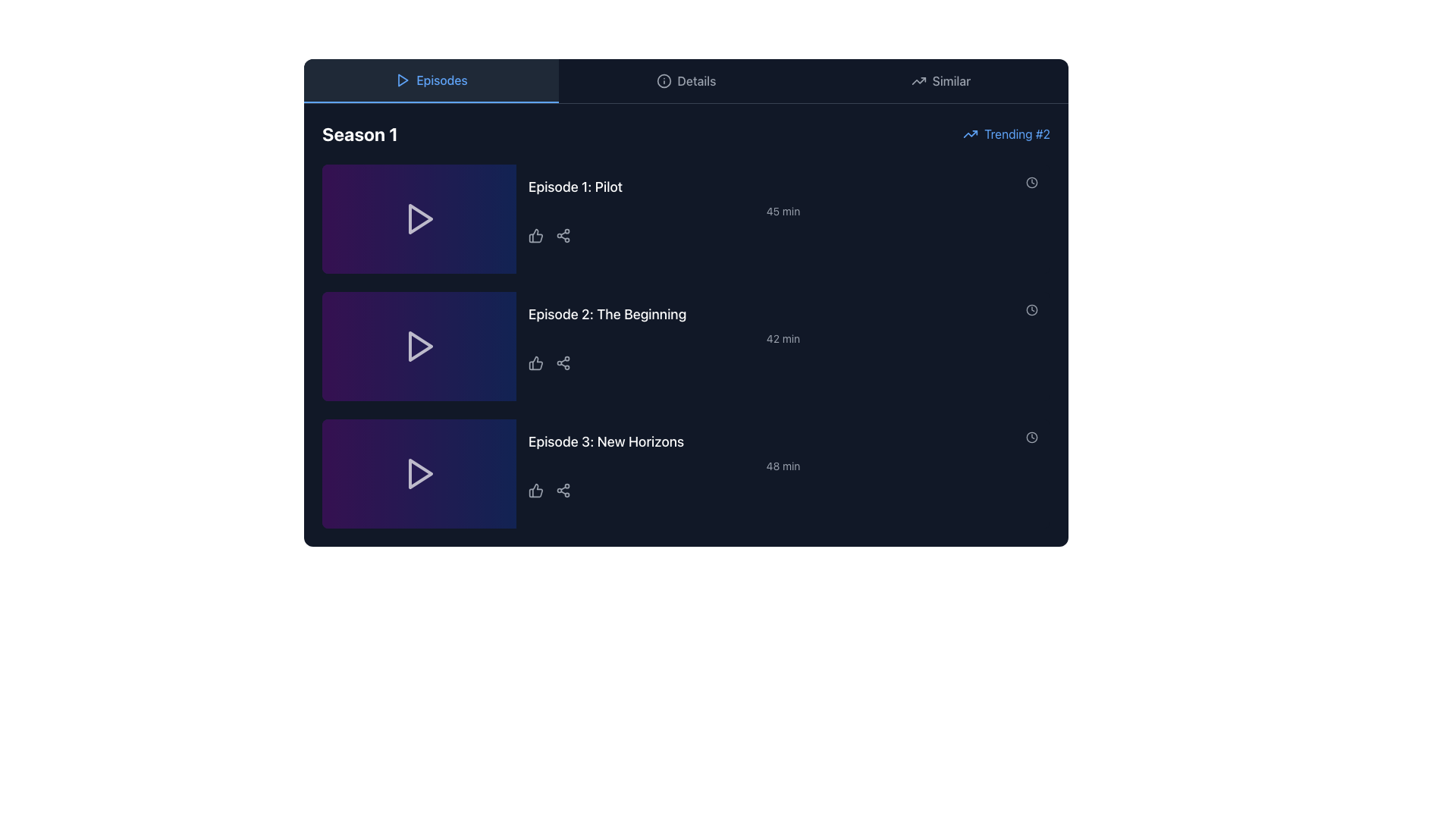 The width and height of the screenshot is (1456, 819). What do you see at coordinates (535, 491) in the screenshot?
I see `the 'thumbs-up' button icon, which is gray and turns blue on hover, located to the left of the action icons for 'Episode 3: New Horizons'` at bounding box center [535, 491].